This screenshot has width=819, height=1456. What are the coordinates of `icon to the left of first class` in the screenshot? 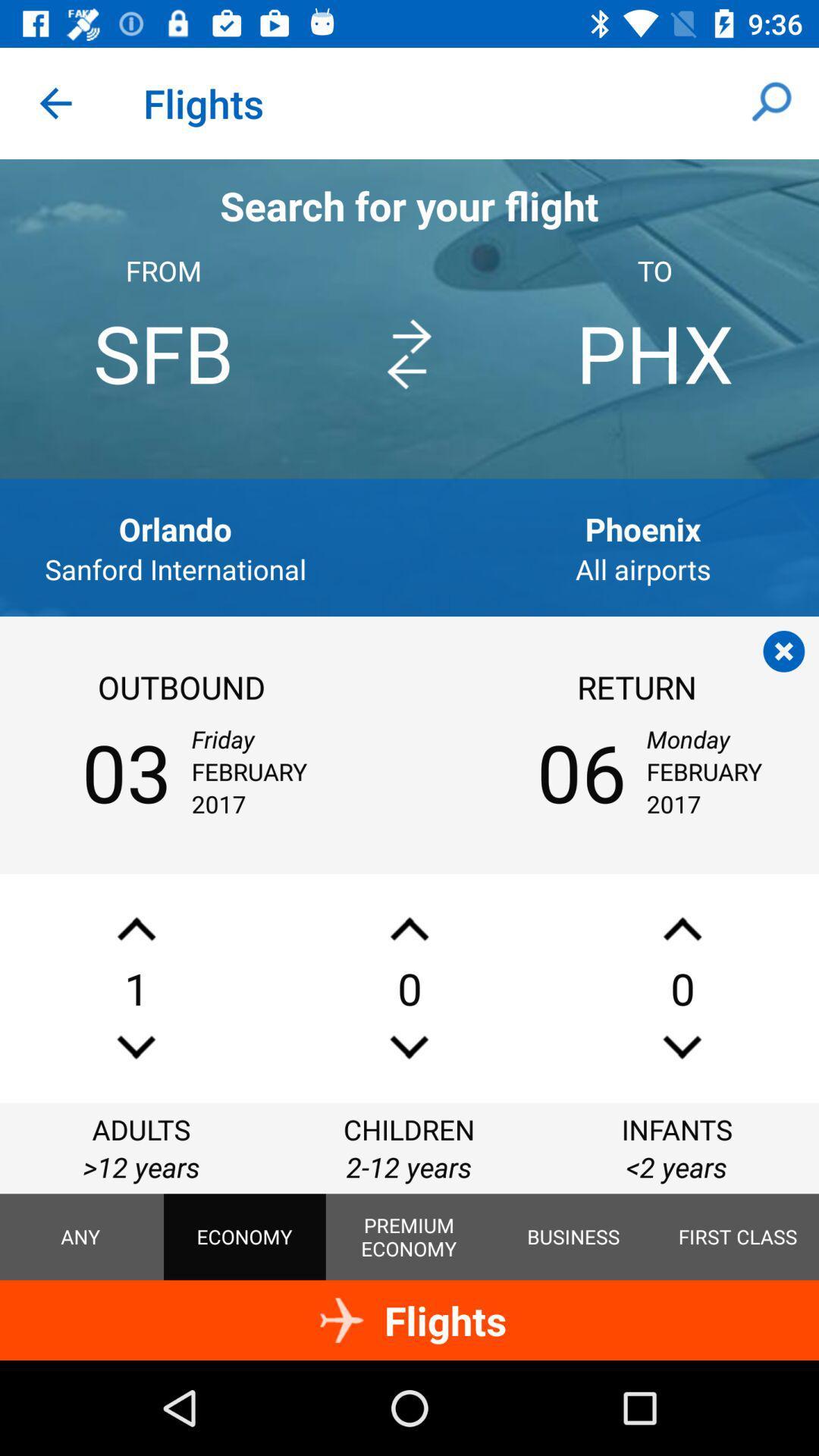 It's located at (573, 1237).